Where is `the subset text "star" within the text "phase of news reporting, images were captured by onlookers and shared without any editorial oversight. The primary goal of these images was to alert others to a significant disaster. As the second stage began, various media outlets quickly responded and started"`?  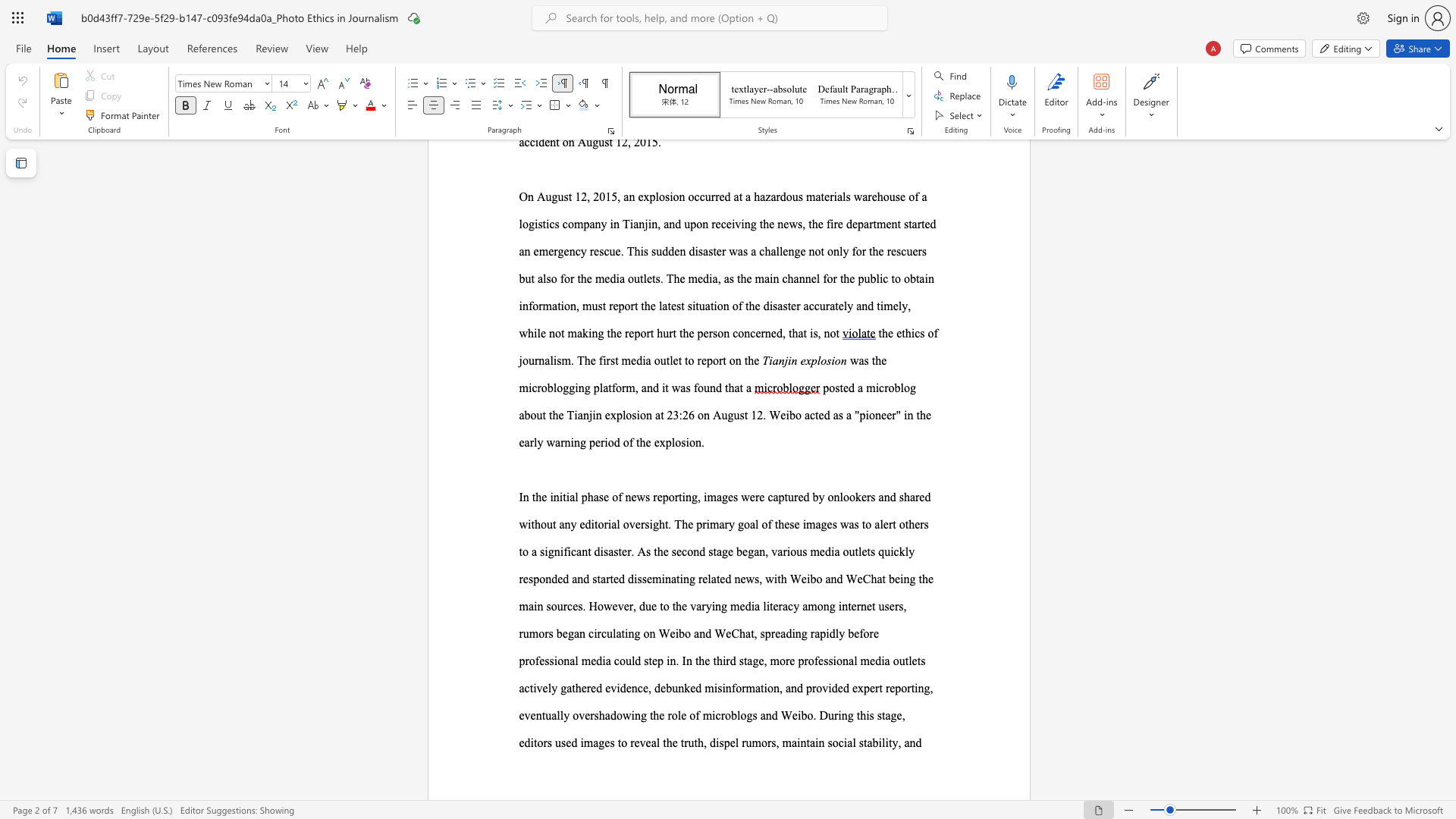
the subset text "star" within the text "phase of news reporting, images were captured by onlookers and shared without any editorial oversight. The primary goal of these images was to alert others to a significant disaster. As the second stage began, various media outlets quickly responded and started" is located at coordinates (591, 579).